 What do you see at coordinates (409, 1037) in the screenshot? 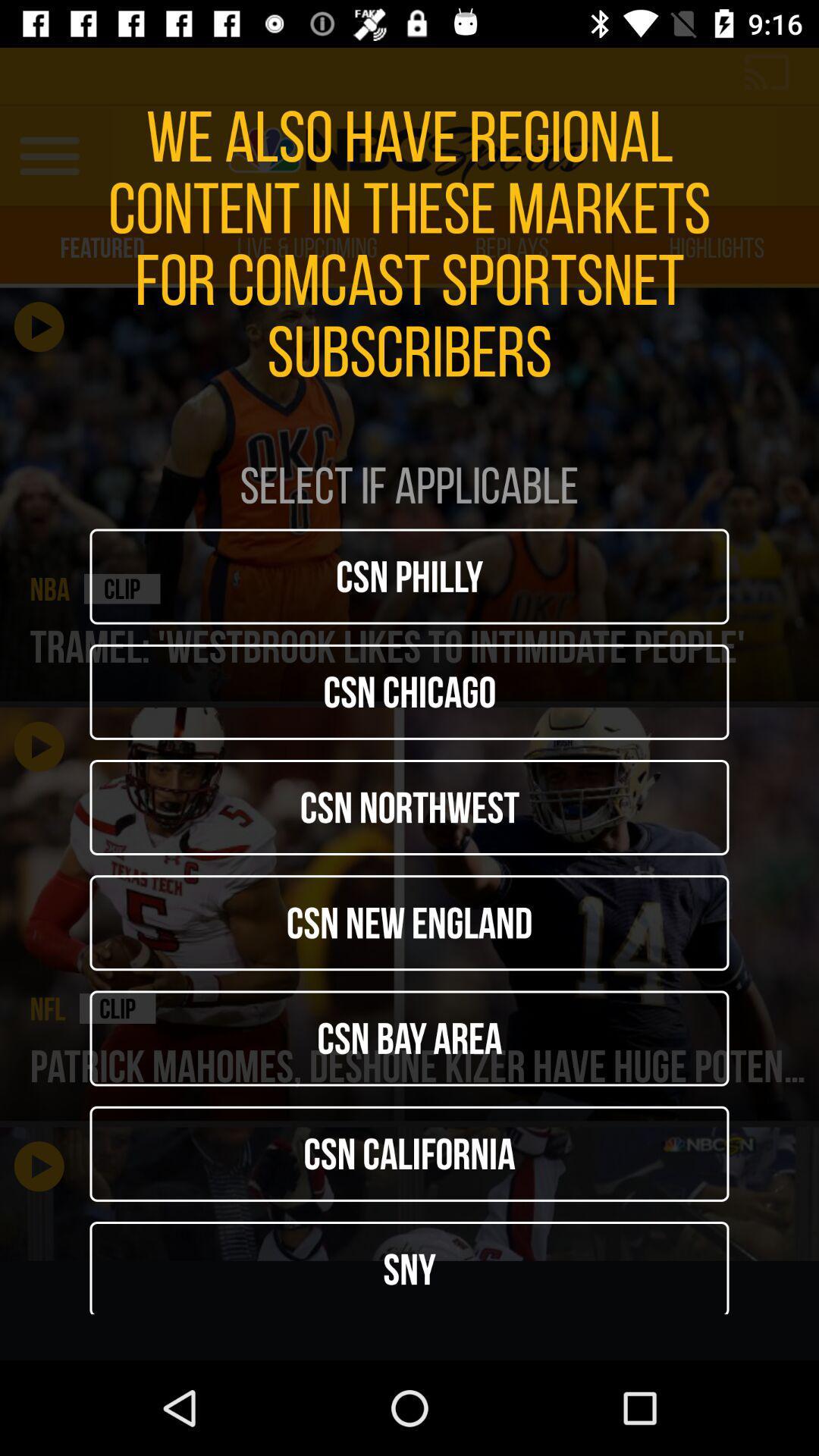
I see `icon above the csn california item` at bounding box center [409, 1037].